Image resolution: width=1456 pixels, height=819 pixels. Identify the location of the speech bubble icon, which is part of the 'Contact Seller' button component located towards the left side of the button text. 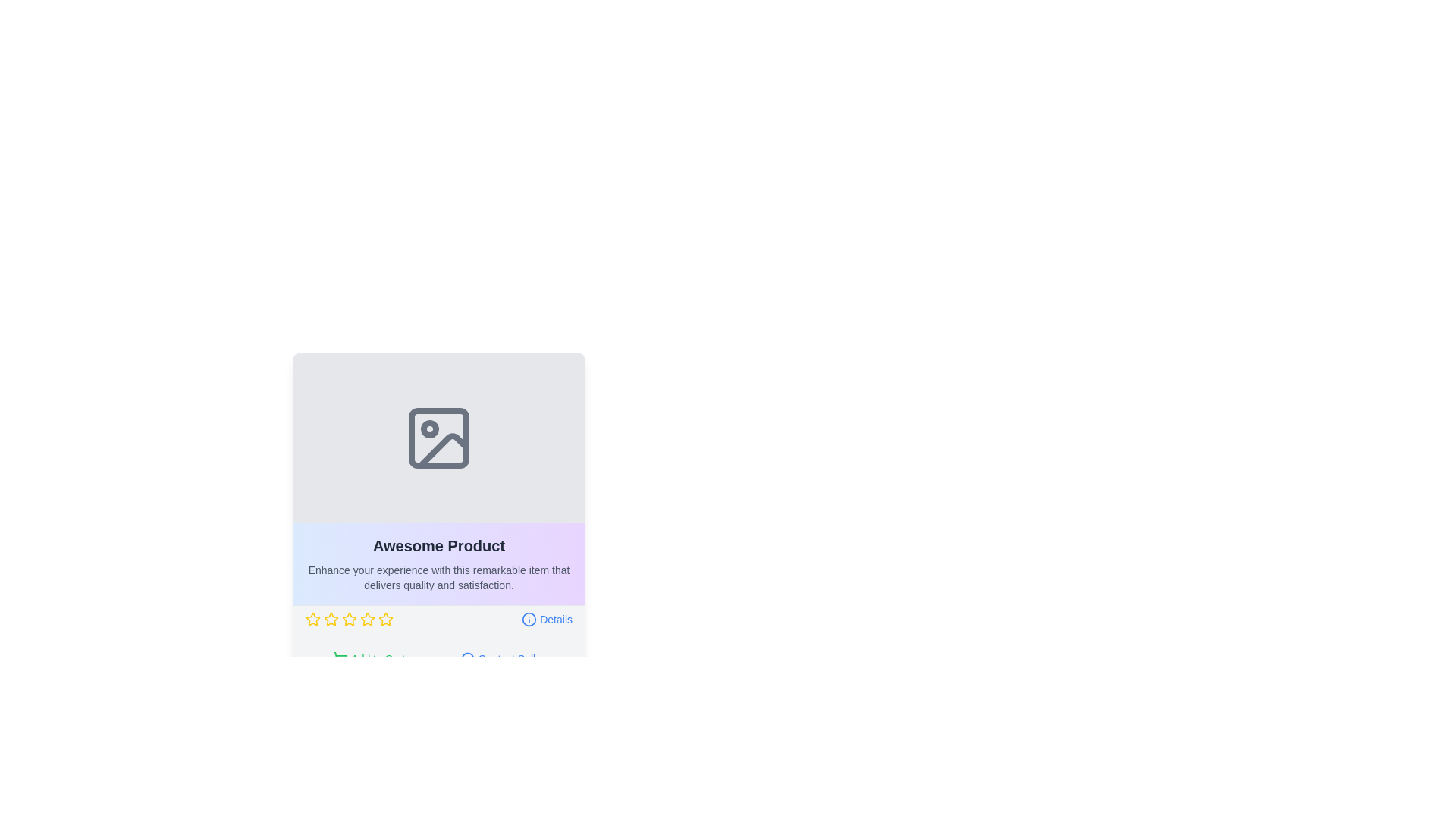
(466, 657).